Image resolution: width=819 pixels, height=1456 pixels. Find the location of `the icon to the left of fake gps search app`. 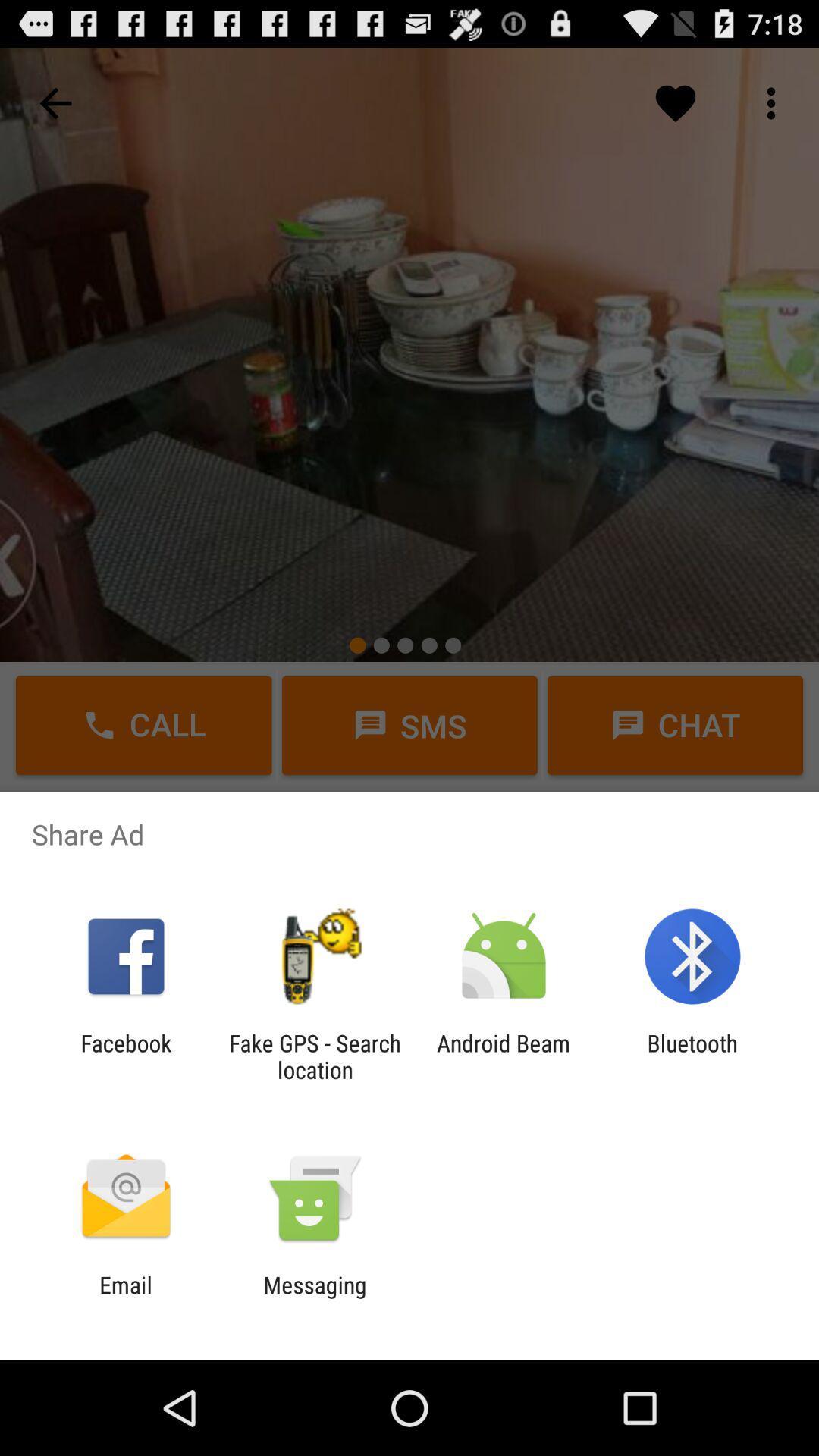

the icon to the left of fake gps search app is located at coordinates (125, 1056).